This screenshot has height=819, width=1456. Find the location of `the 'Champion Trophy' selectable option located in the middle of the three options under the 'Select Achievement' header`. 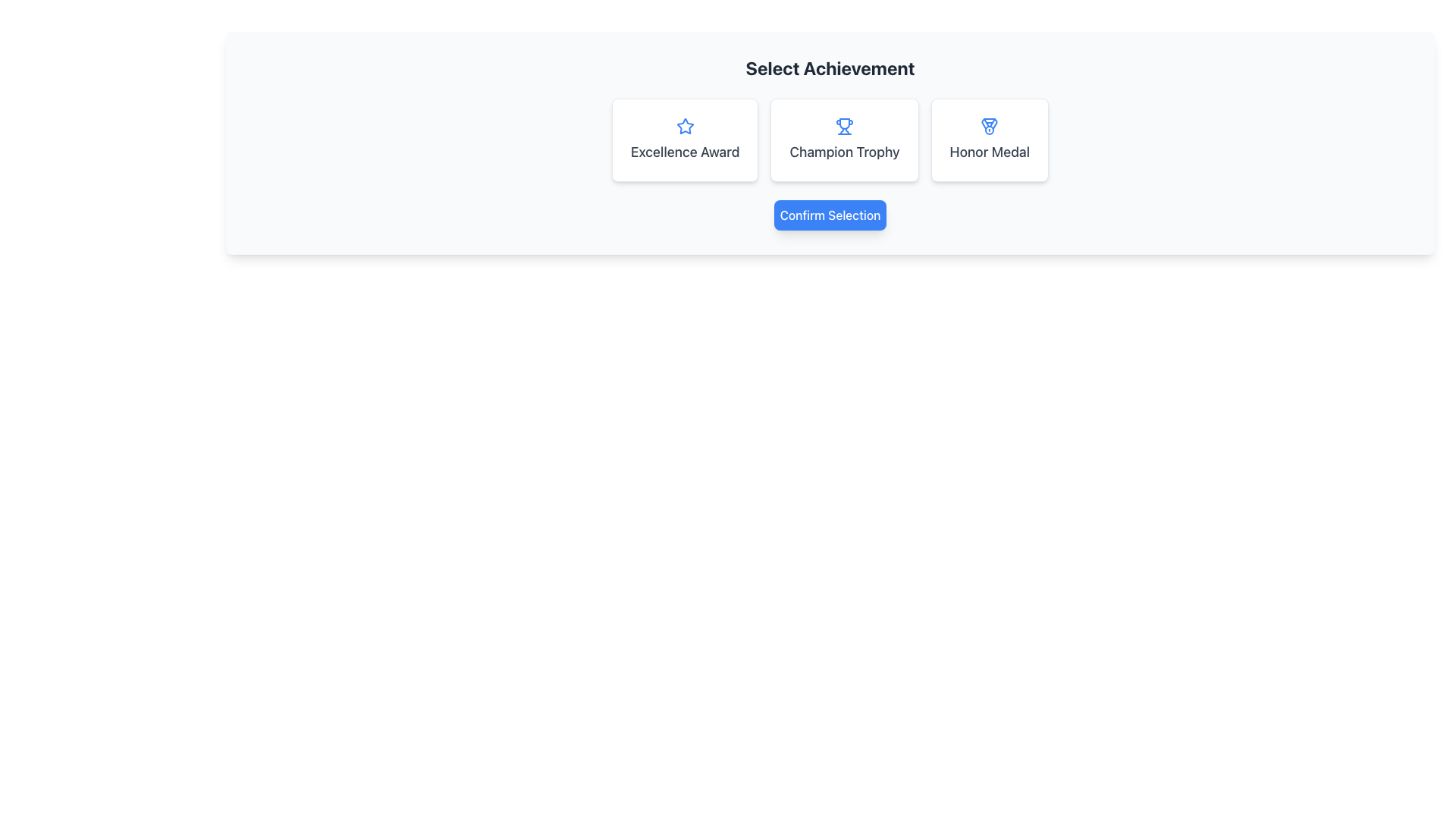

the 'Champion Trophy' selectable option located in the middle of the three options under the 'Select Achievement' header is located at coordinates (829, 140).